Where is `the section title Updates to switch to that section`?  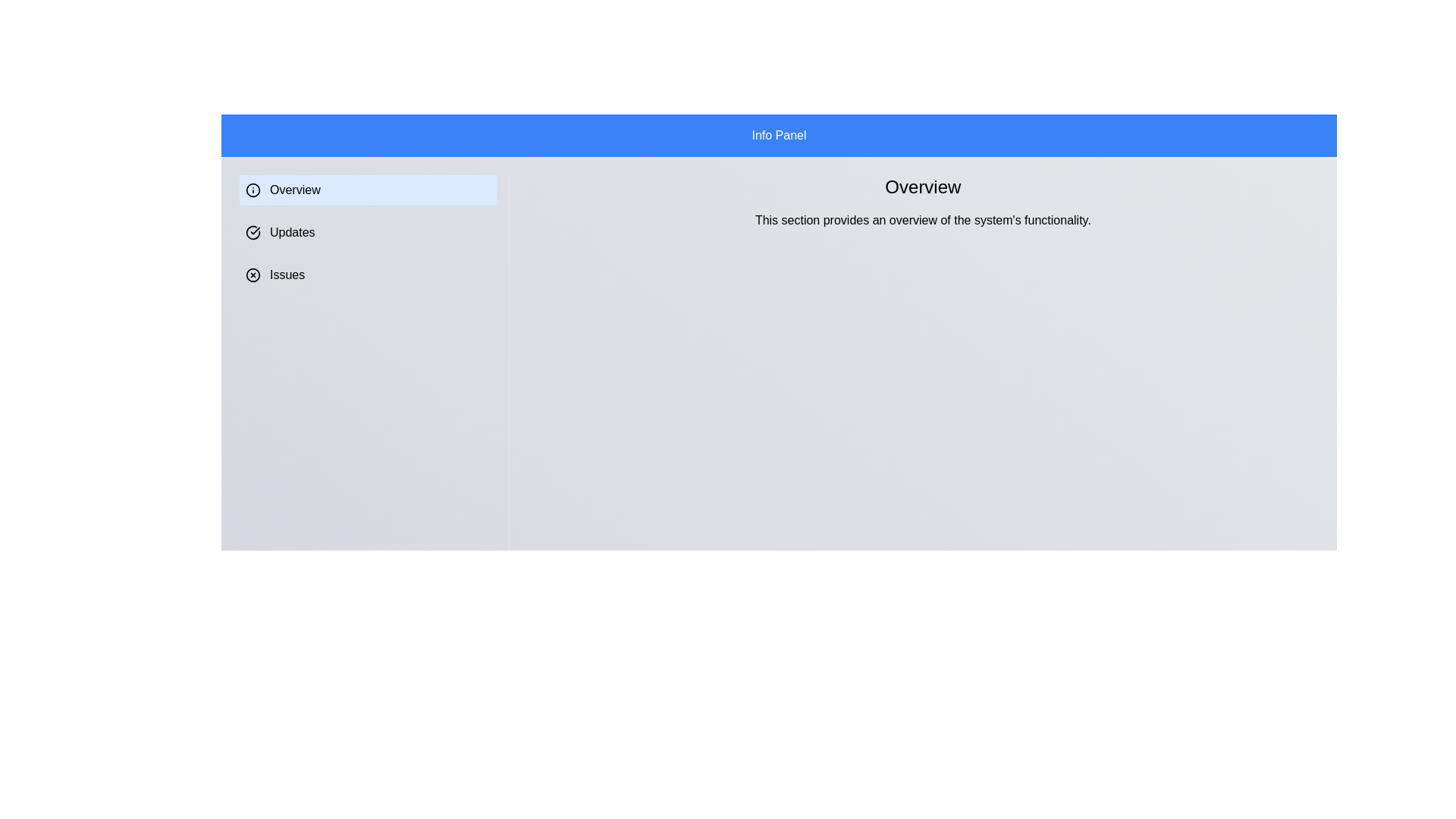 the section title Updates to switch to that section is located at coordinates (367, 233).